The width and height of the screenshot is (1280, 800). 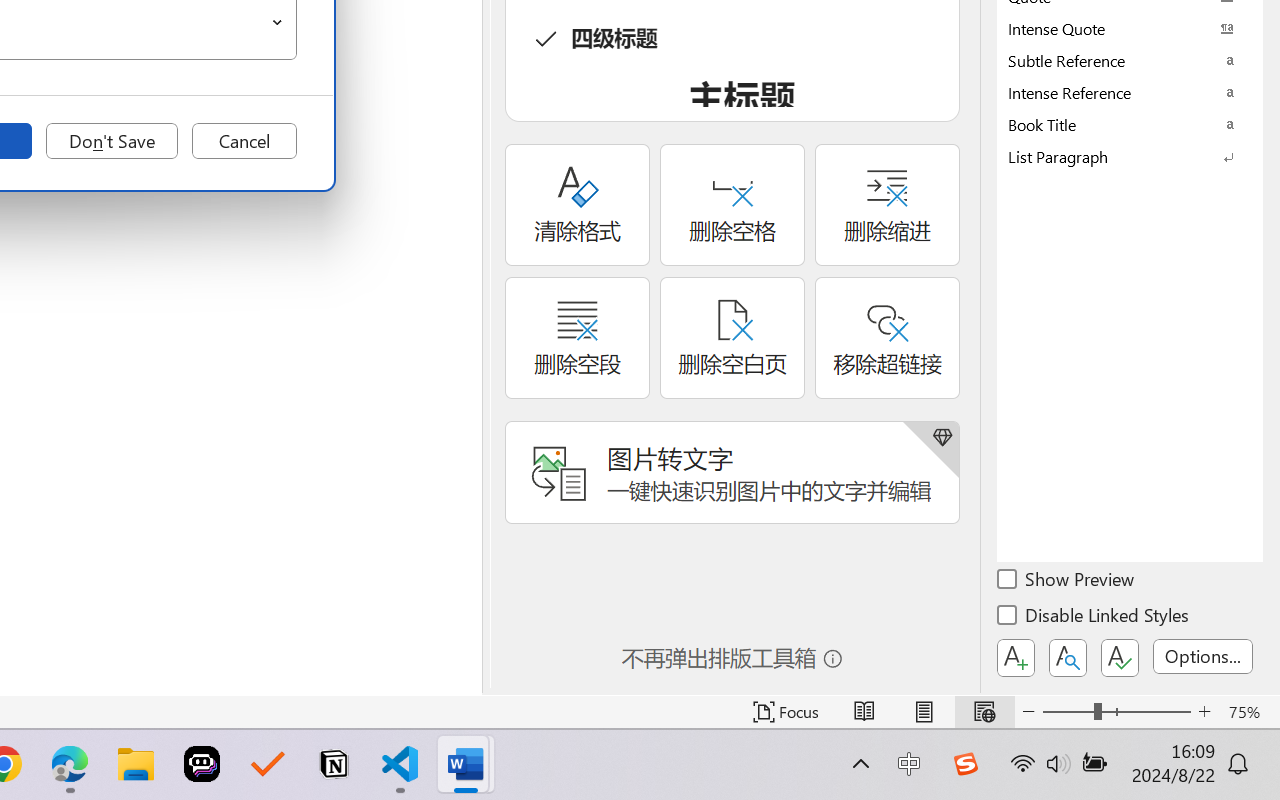 What do you see at coordinates (923, 711) in the screenshot?
I see `'Print Layout'` at bounding box center [923, 711].